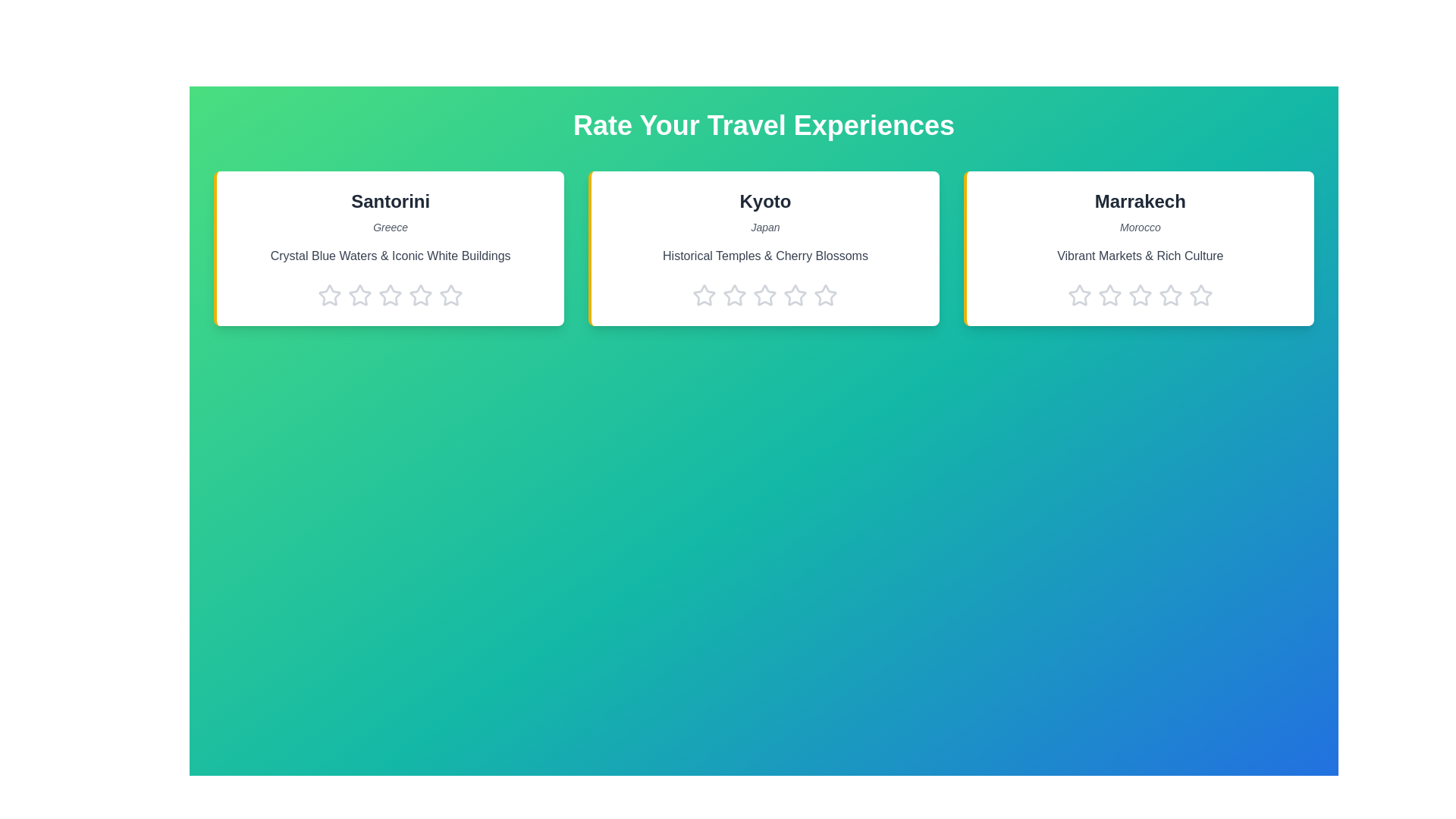 The height and width of the screenshot is (819, 1456). Describe the element at coordinates (389, 247) in the screenshot. I see `the destination card for Santorini to inspect its country information` at that location.